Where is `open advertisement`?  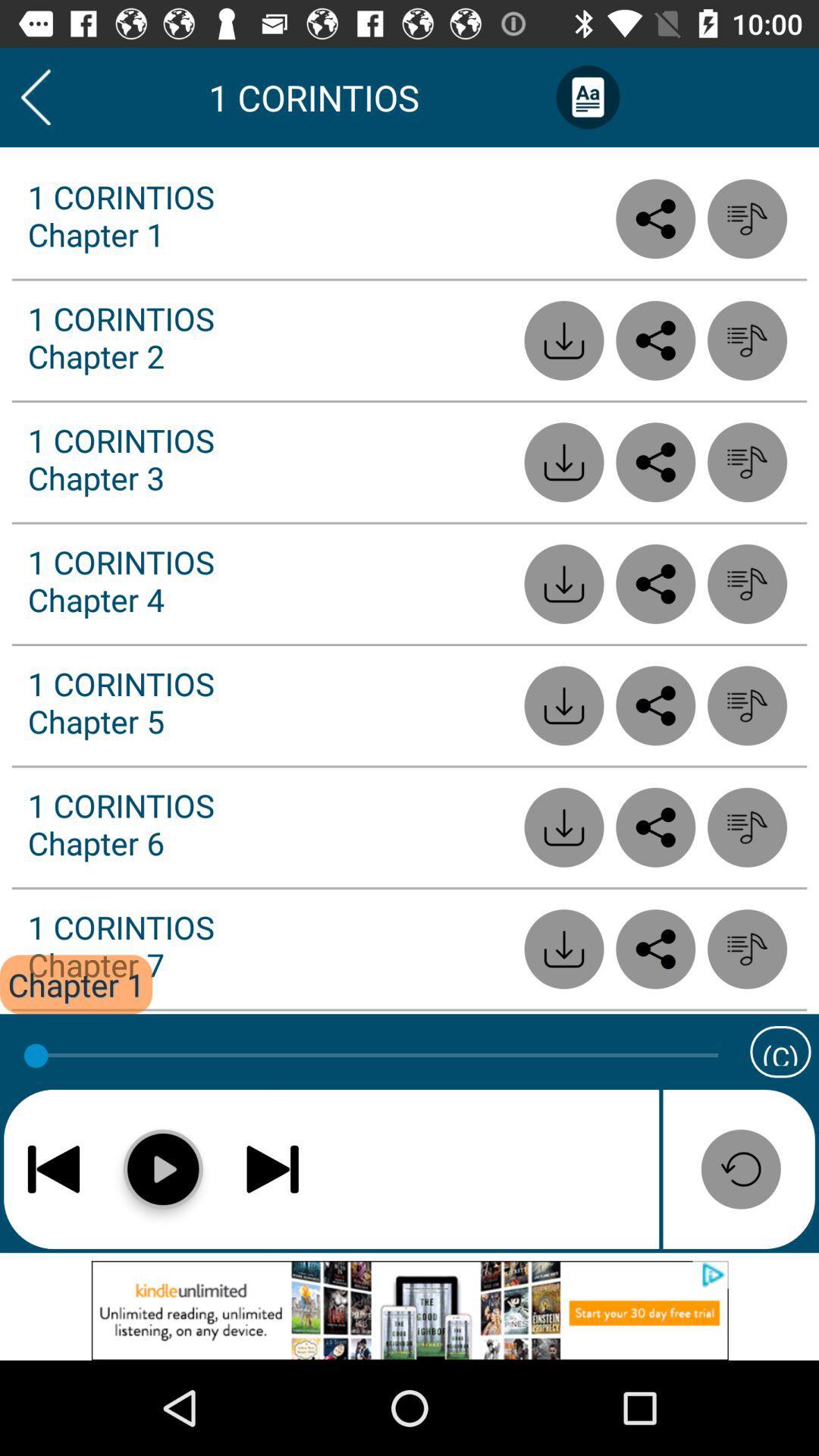 open advertisement is located at coordinates (409, 1310).